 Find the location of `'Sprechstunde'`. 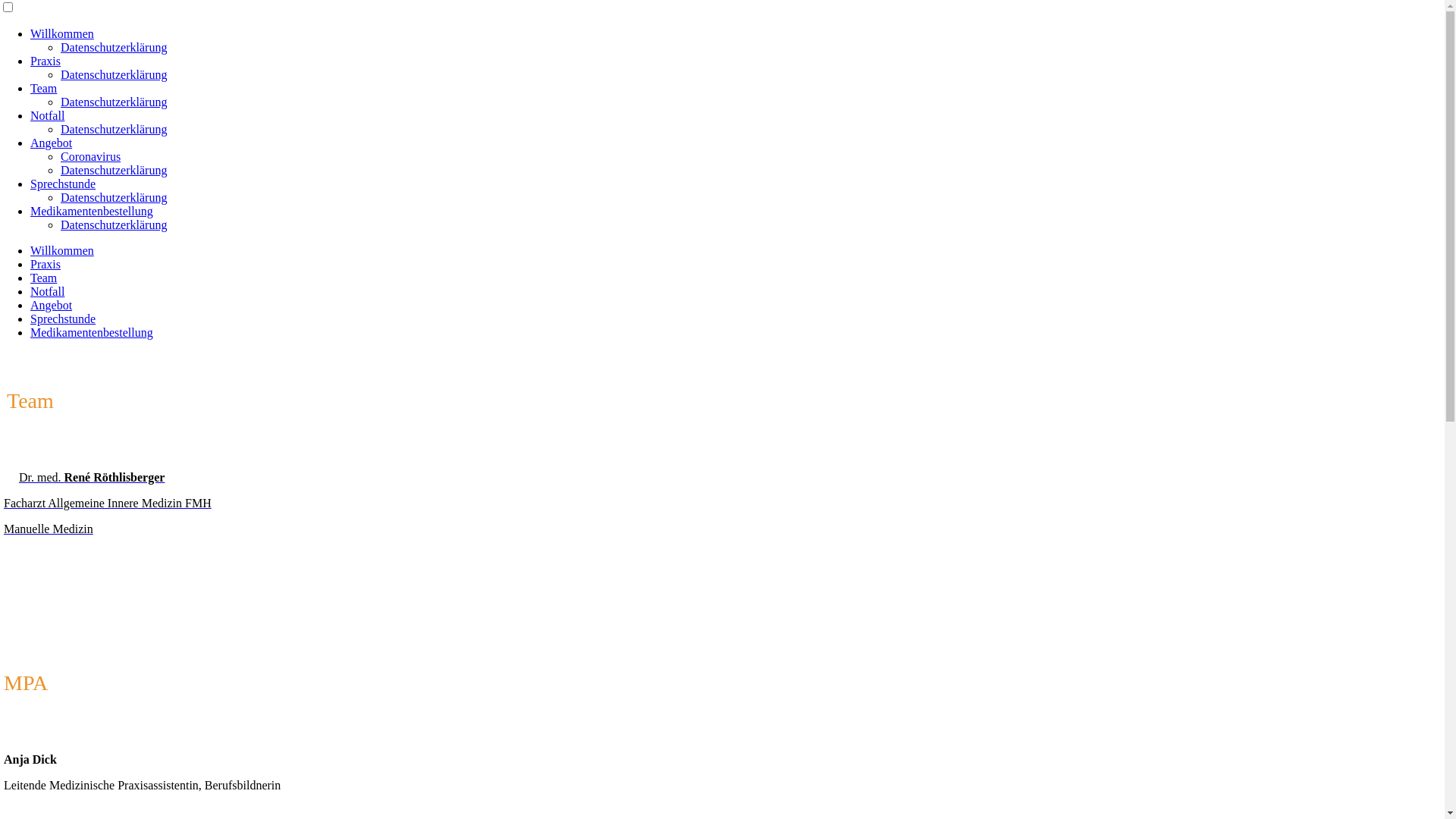

'Sprechstunde' is located at coordinates (61, 318).